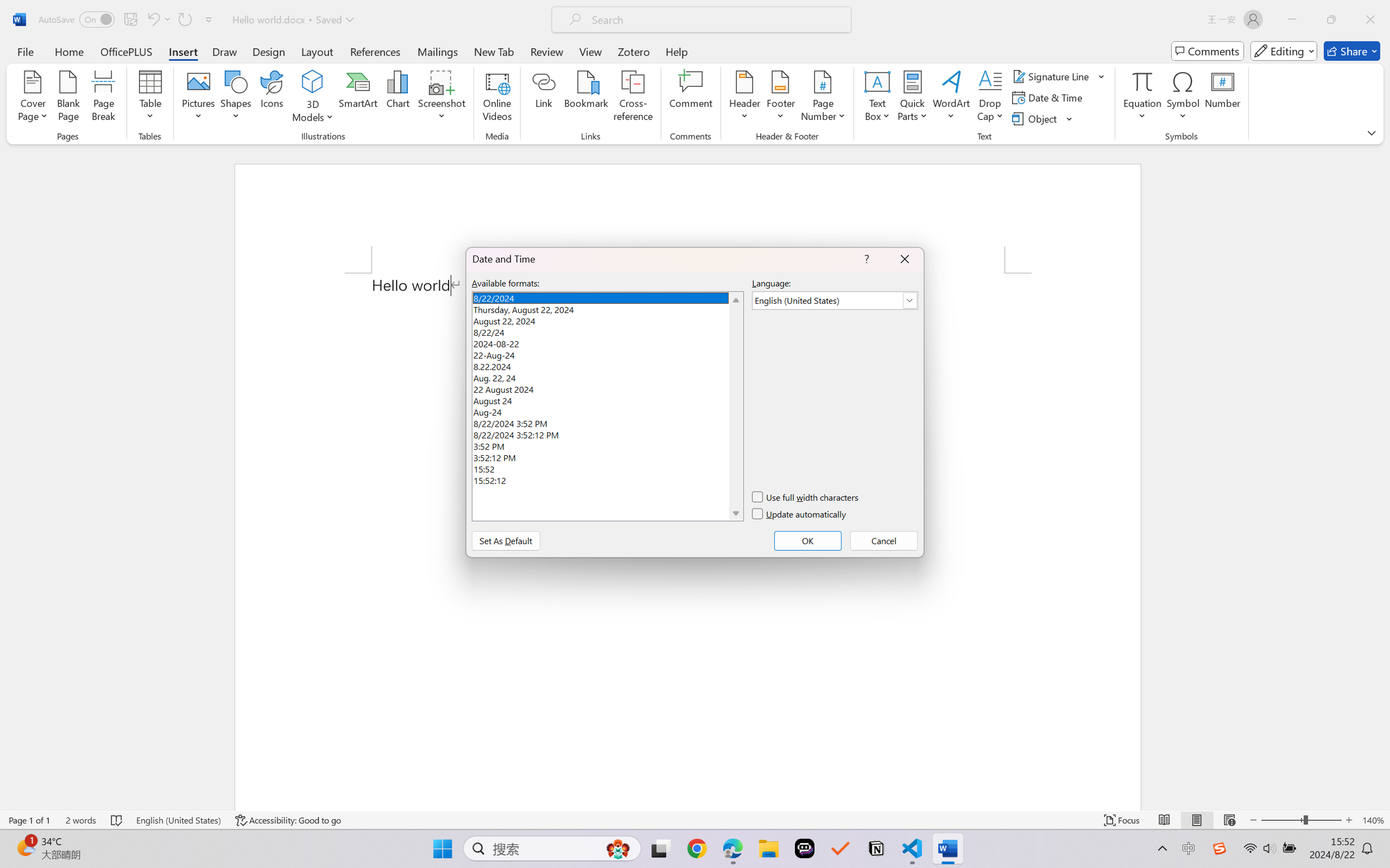  Describe the element at coordinates (1207, 51) in the screenshot. I see `'Comments'` at that location.